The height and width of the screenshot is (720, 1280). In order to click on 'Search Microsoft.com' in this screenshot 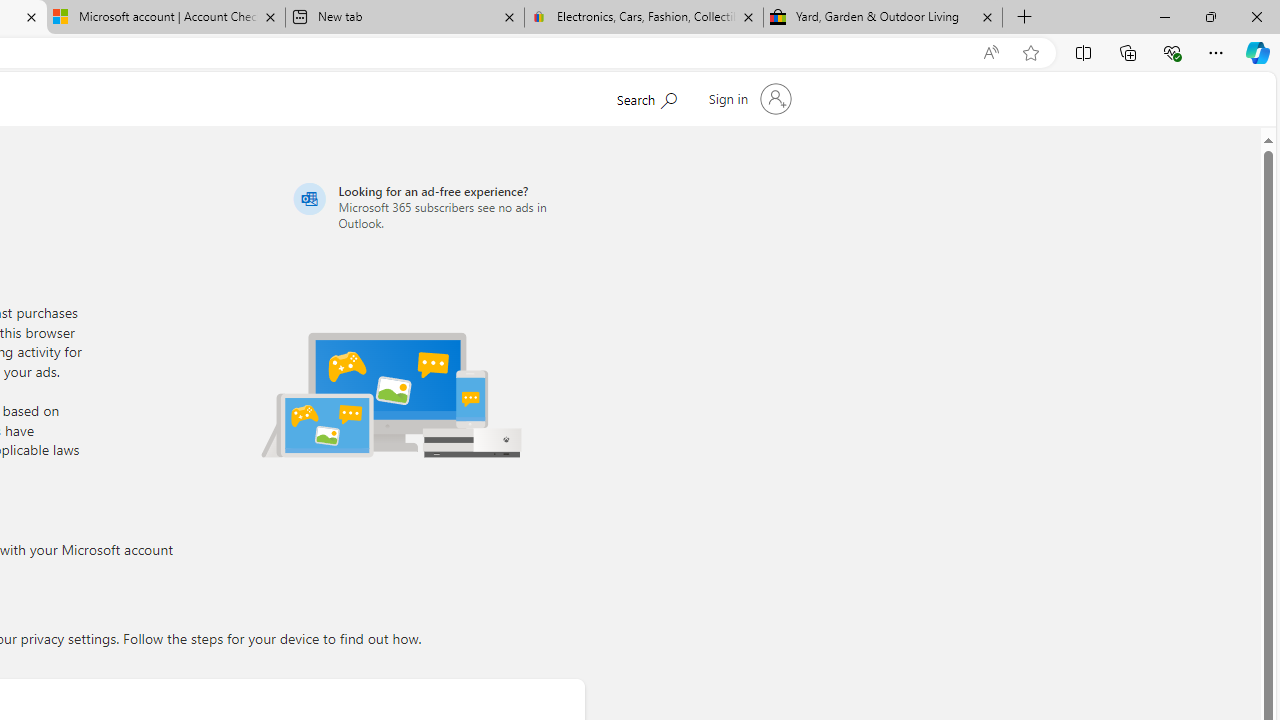, I will do `click(646, 97)`.